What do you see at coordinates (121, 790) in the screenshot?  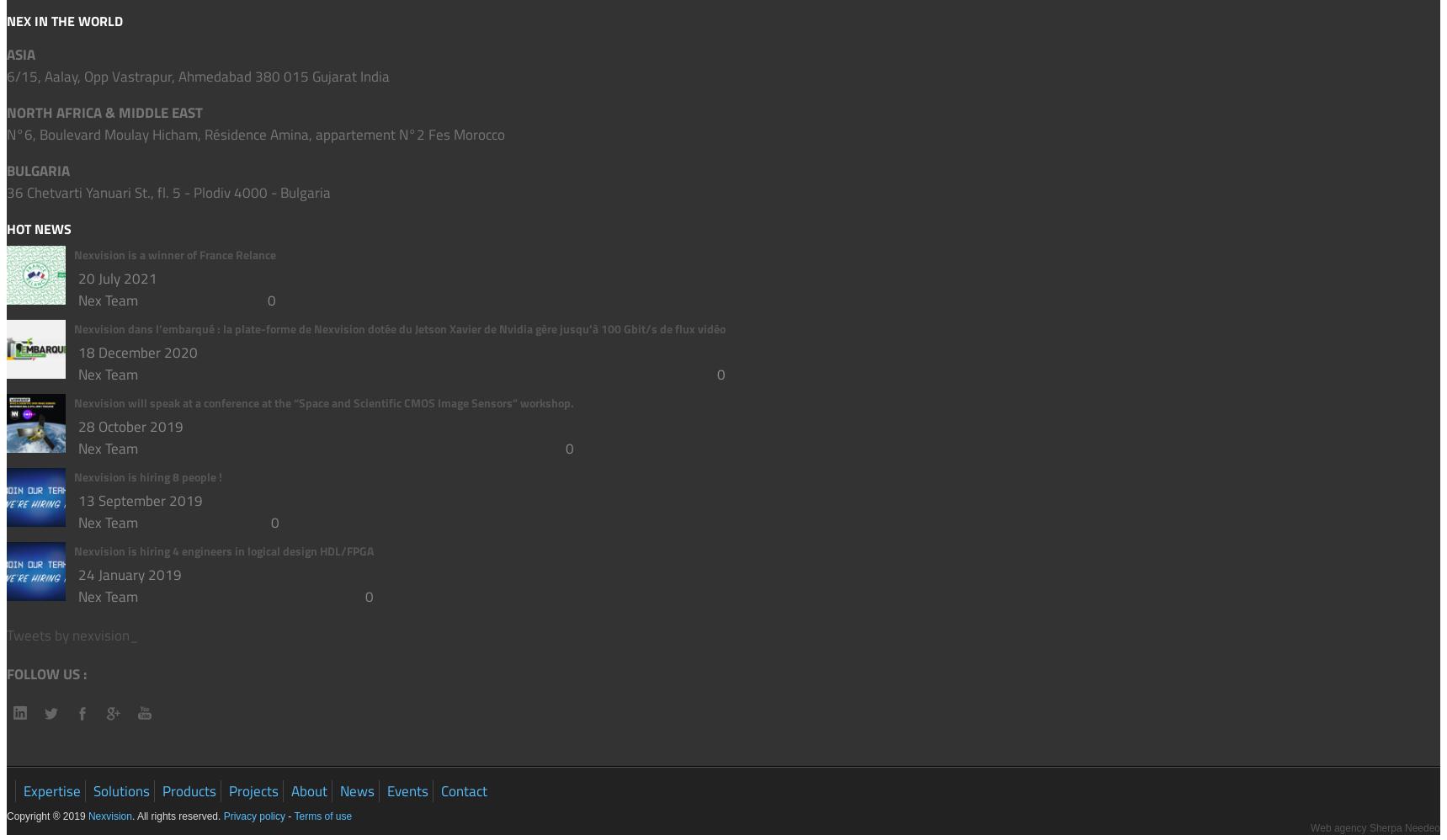 I see `'Solutions'` at bounding box center [121, 790].